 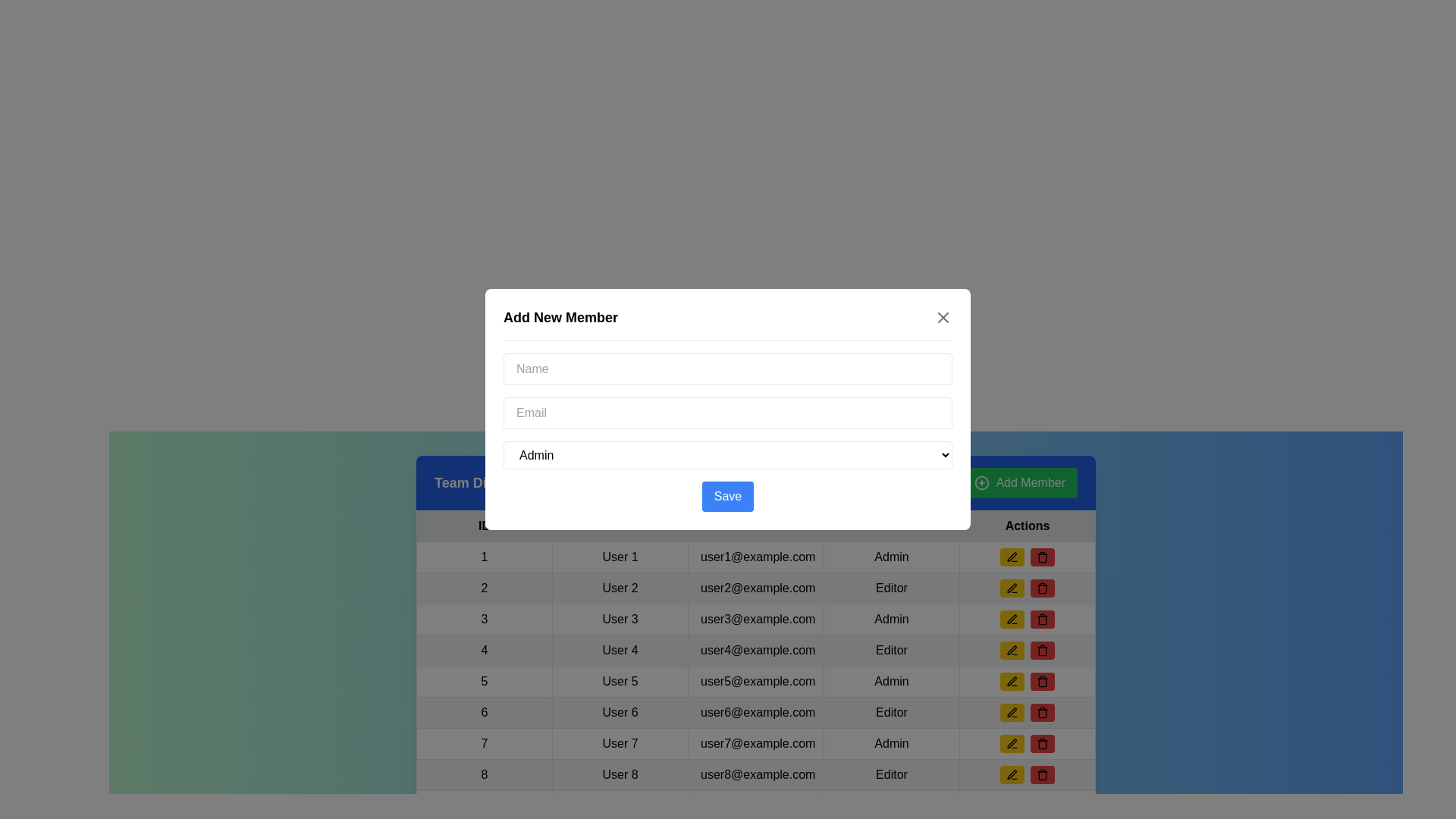 I want to click on the edit button for the user 'user6@example.com', so click(x=1012, y=713).